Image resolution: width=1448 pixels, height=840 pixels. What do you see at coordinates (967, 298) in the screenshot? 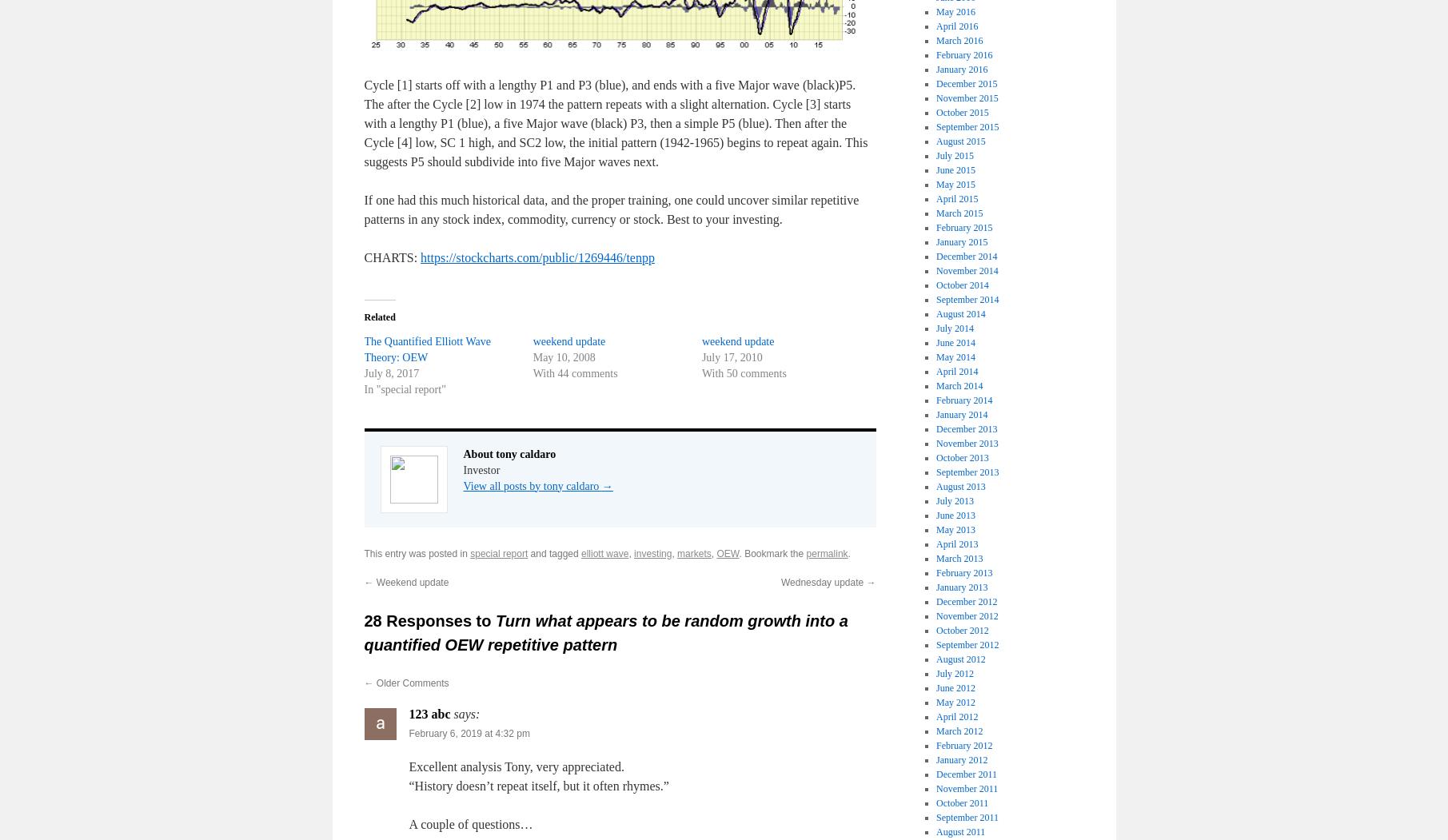
I see `'September 2014'` at bounding box center [967, 298].